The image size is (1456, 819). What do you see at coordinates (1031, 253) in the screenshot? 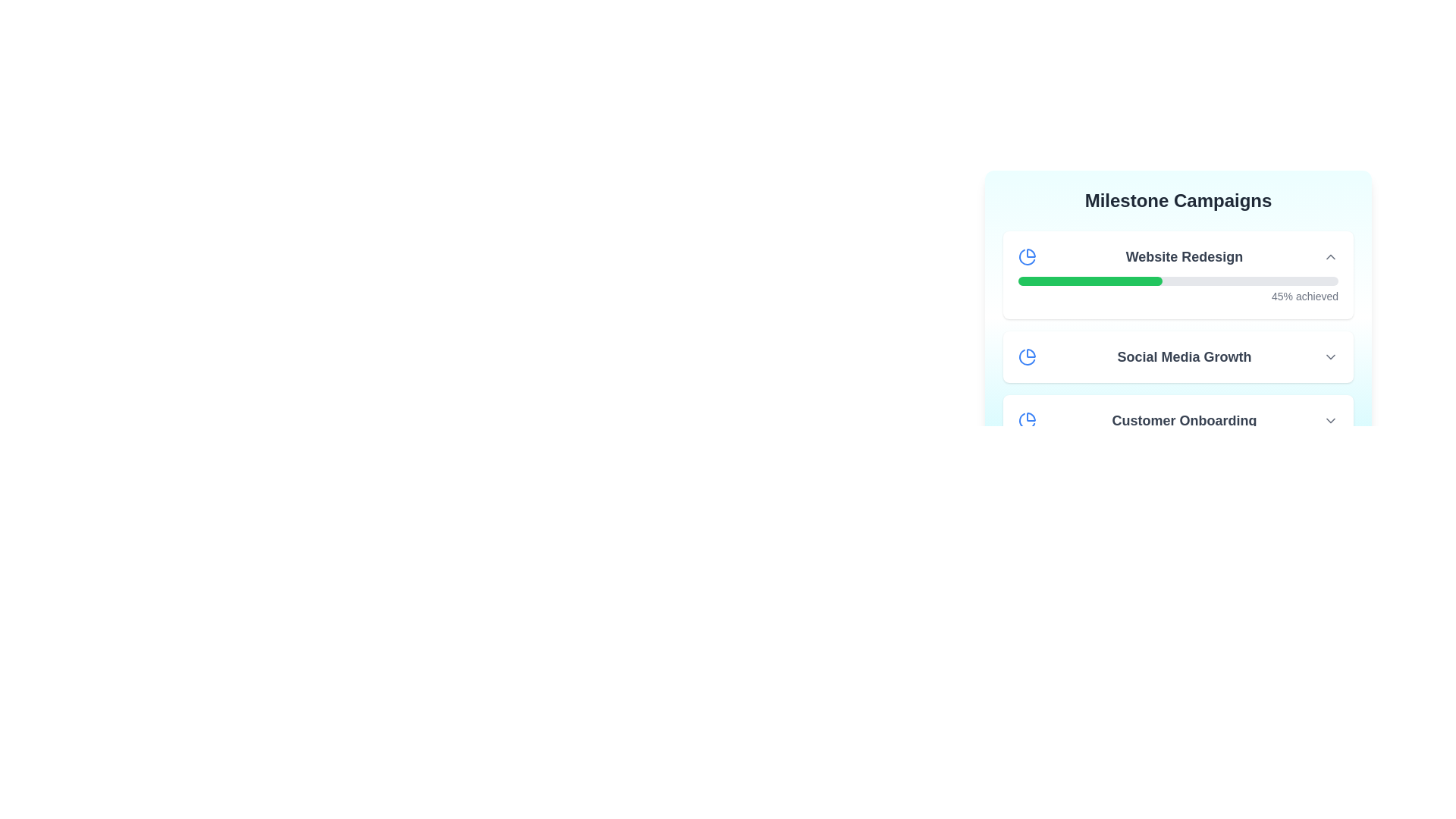
I see `the upper crescent shape of the pie-chart icon located within the 'Website Redesign' card under the 'Milestone Campaigns' heading` at bounding box center [1031, 253].